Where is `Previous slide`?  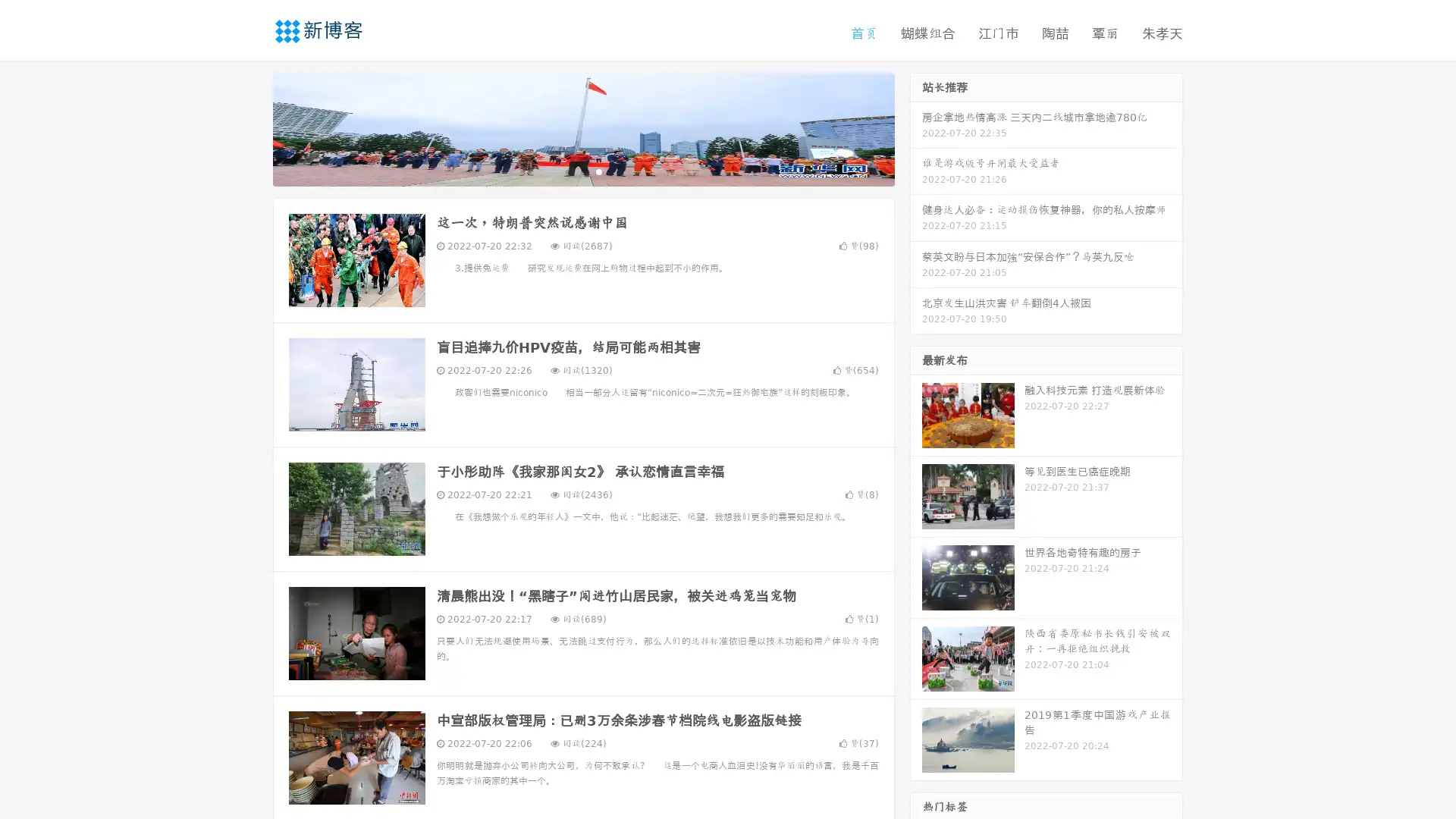 Previous slide is located at coordinates (250, 127).